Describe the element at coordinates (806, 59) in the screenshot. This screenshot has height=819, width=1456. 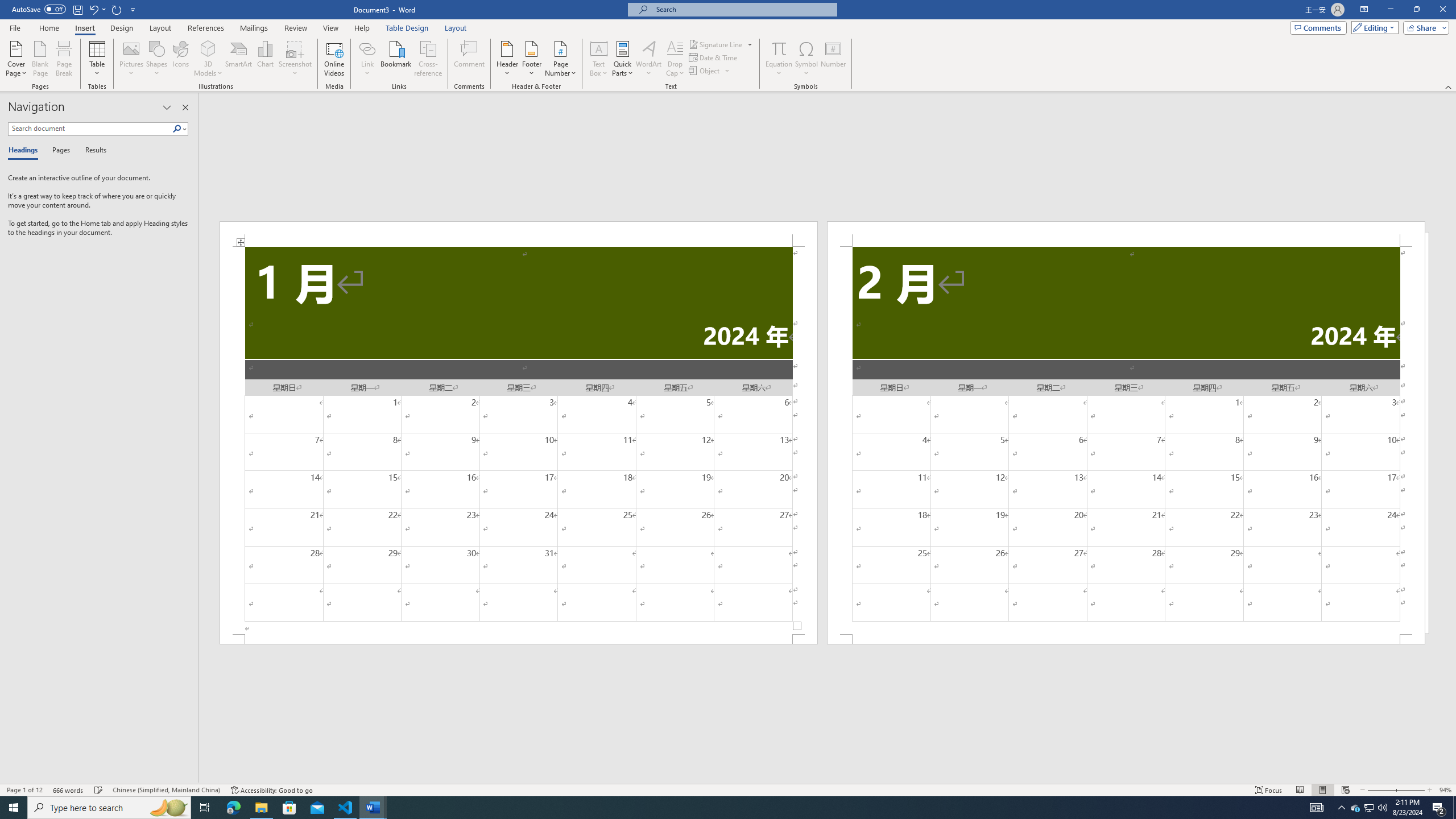
I see `'Symbol'` at that location.